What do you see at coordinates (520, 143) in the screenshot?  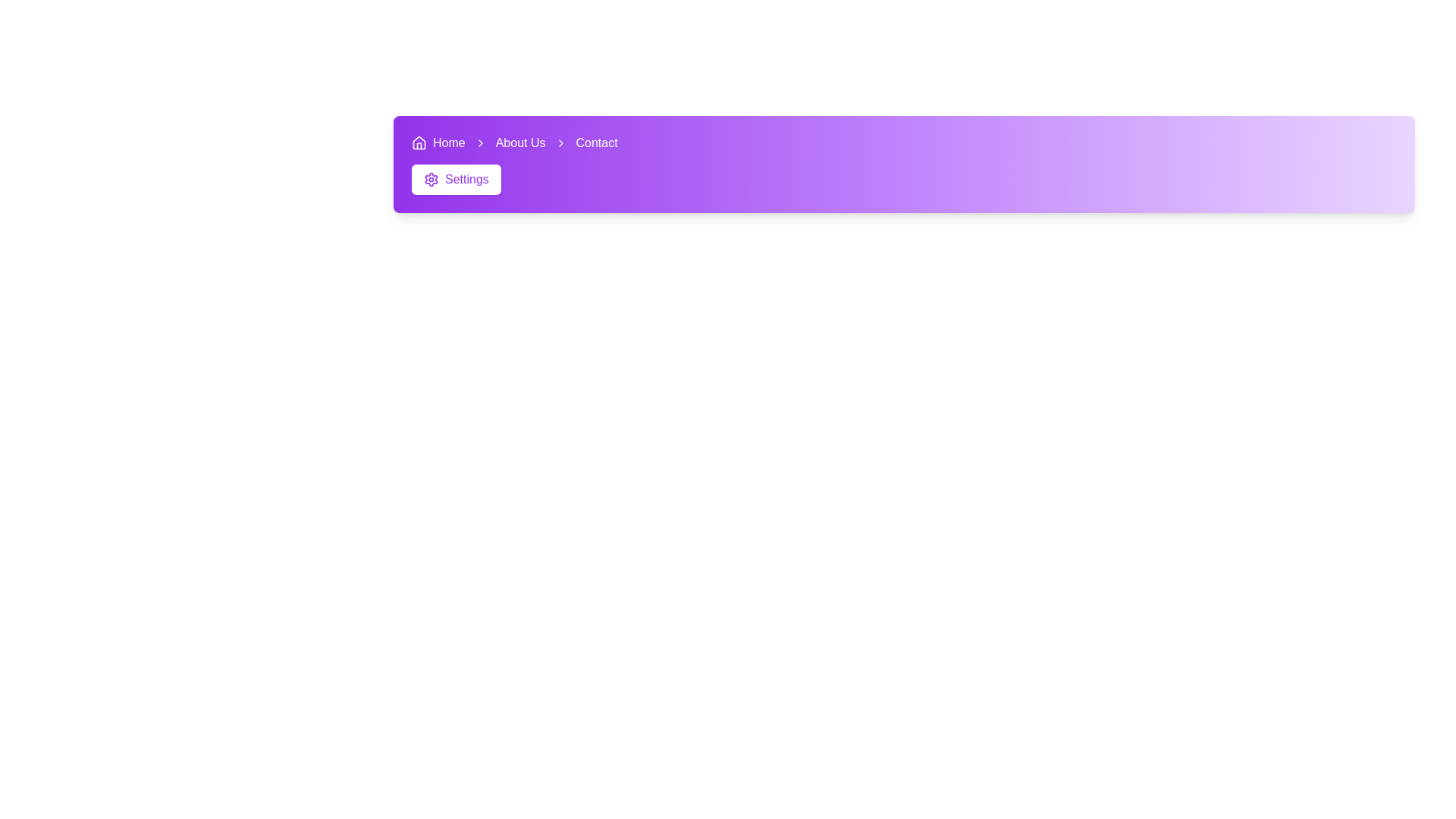 I see `the 'About Us' text link in the navigation bar` at bounding box center [520, 143].